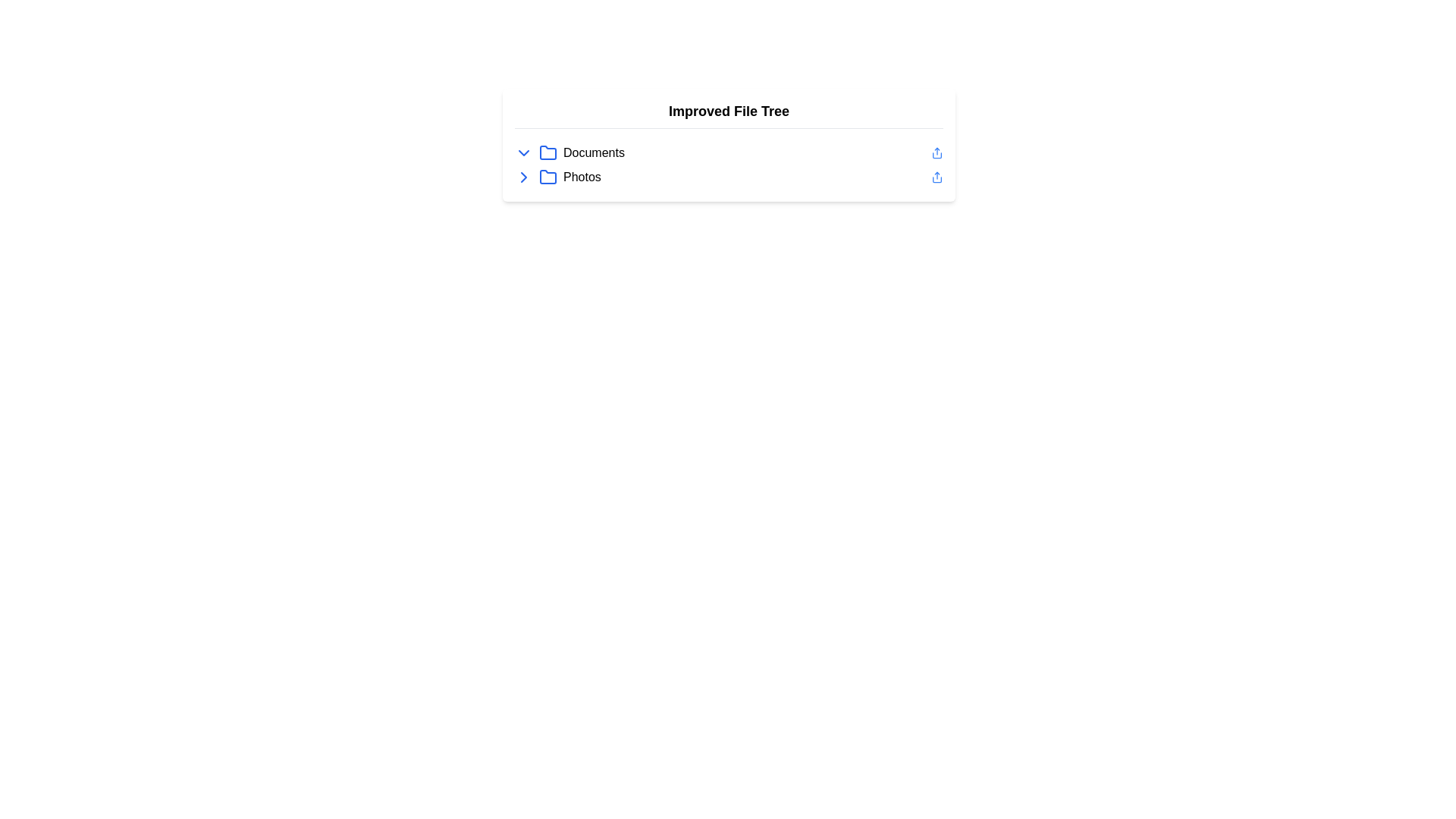 This screenshot has width=1456, height=819. I want to click on the blue folder icon representing the 'Photos' entry in the file tree structure, so click(548, 177).